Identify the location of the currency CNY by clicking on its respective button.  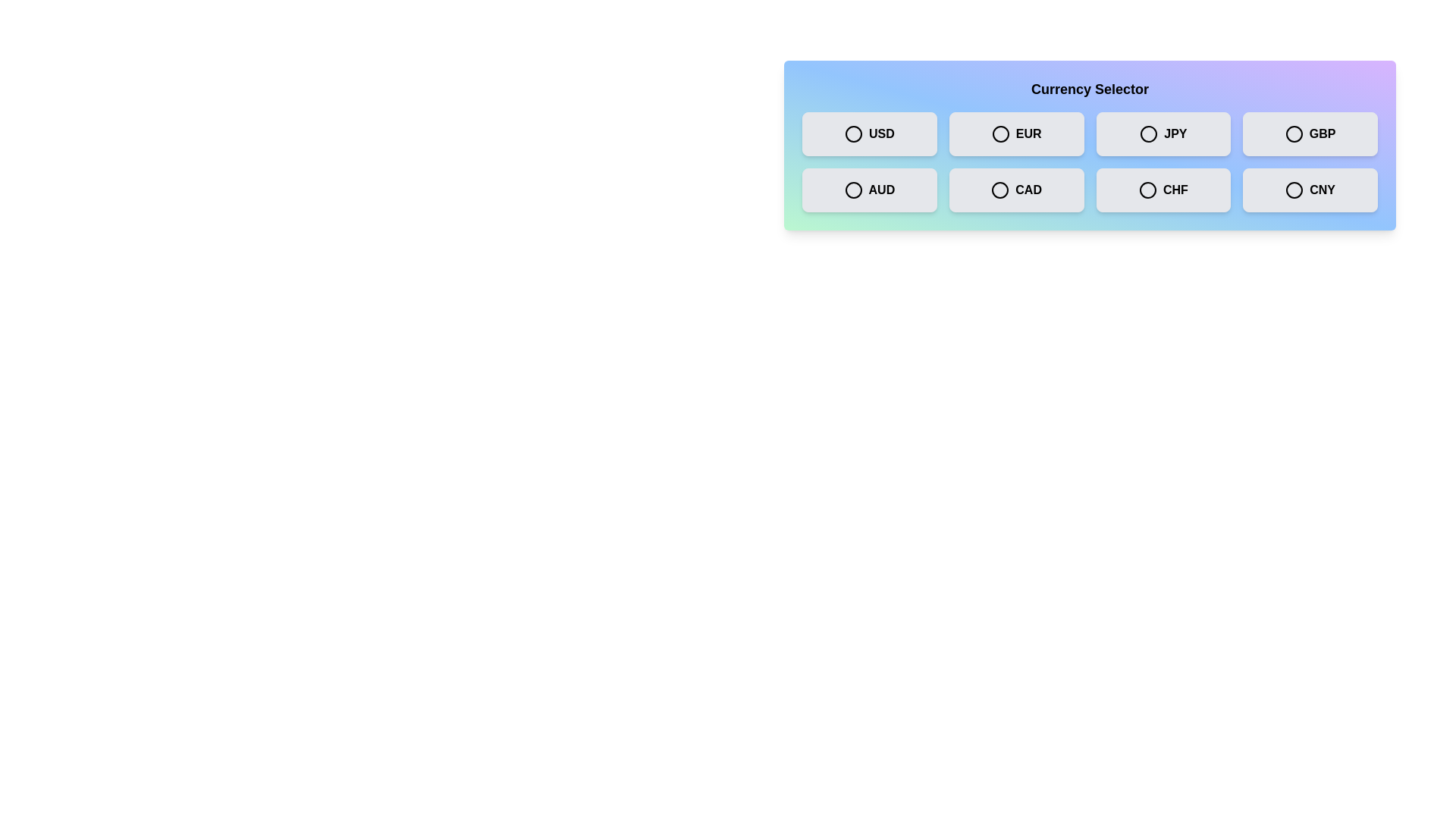
(1310, 189).